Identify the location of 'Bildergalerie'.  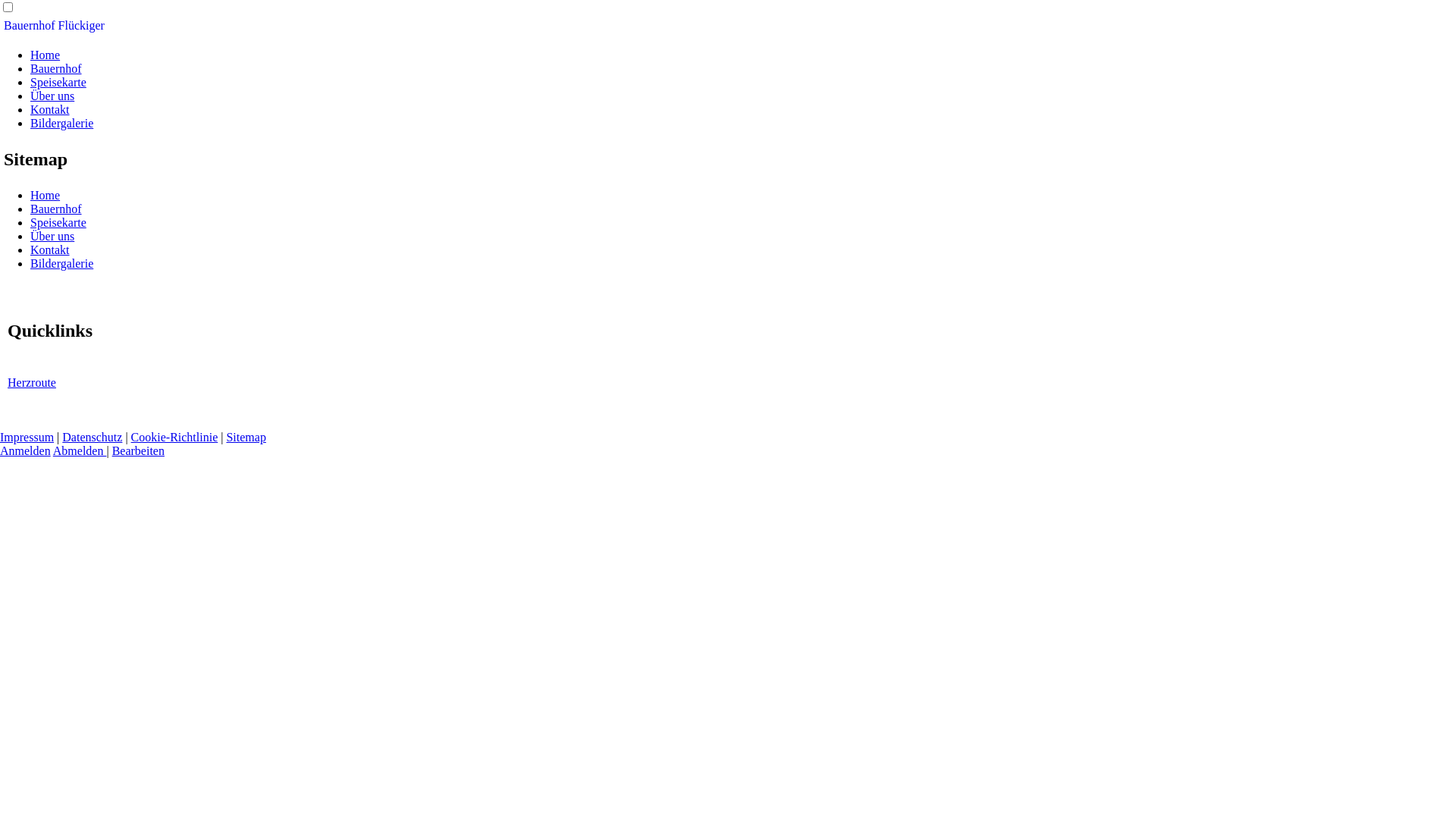
(61, 262).